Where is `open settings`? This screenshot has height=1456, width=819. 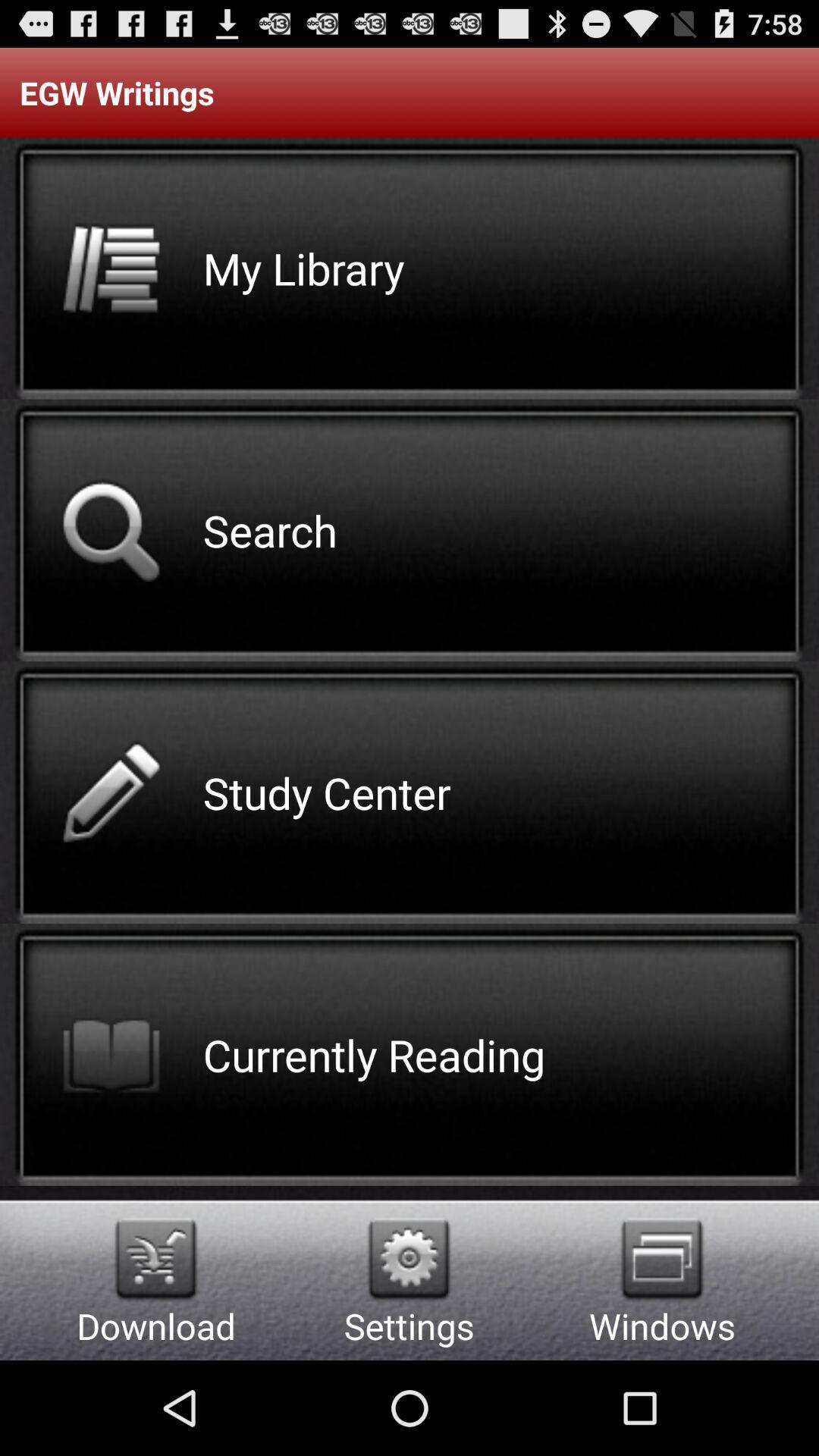 open settings is located at coordinates (408, 1259).